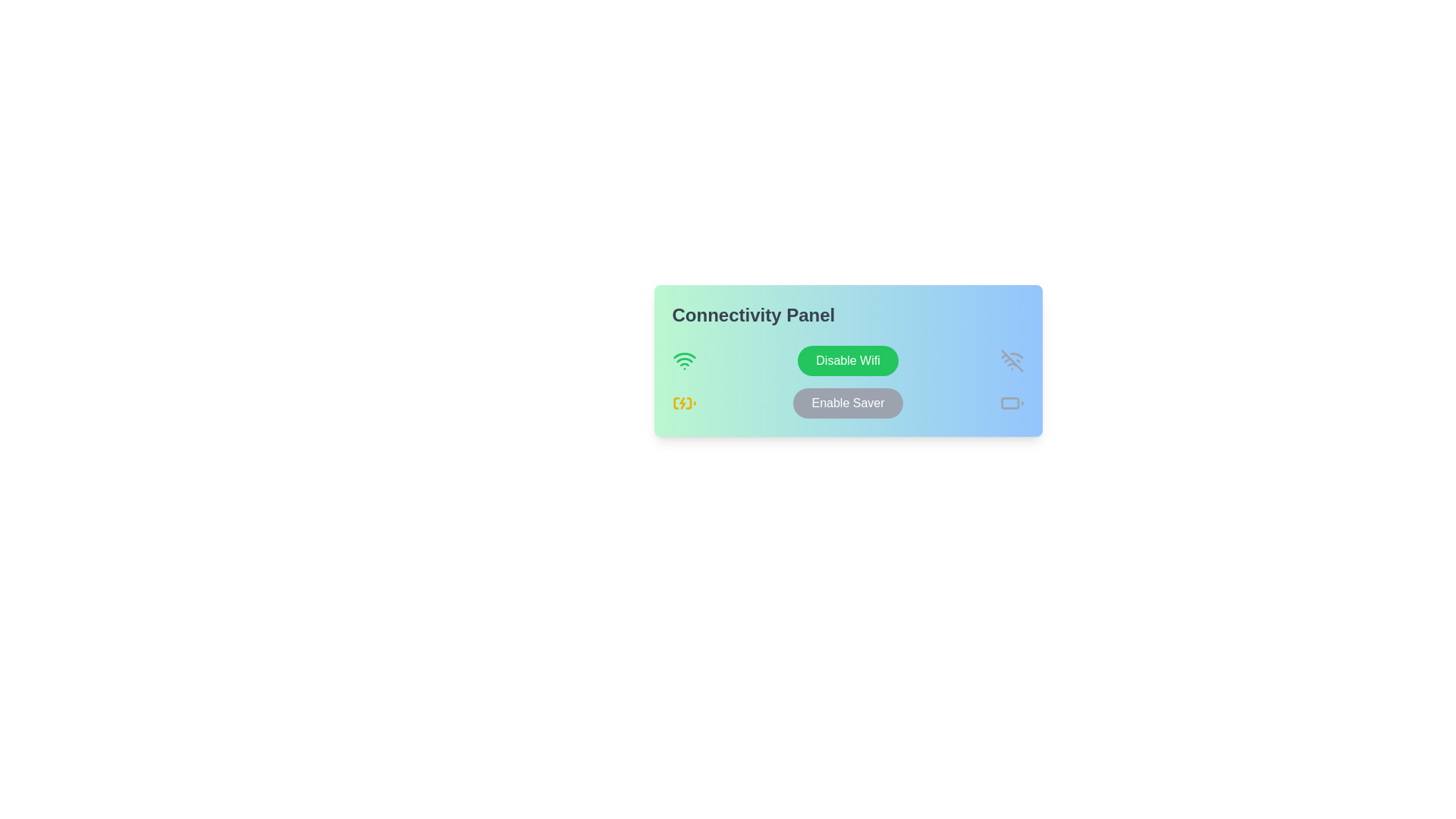 This screenshot has height=819, width=1456. I want to click on the 'Disable Wifi' button, which has a green background and is located within the 'Connectivity Panel' beneath the label, so click(847, 381).